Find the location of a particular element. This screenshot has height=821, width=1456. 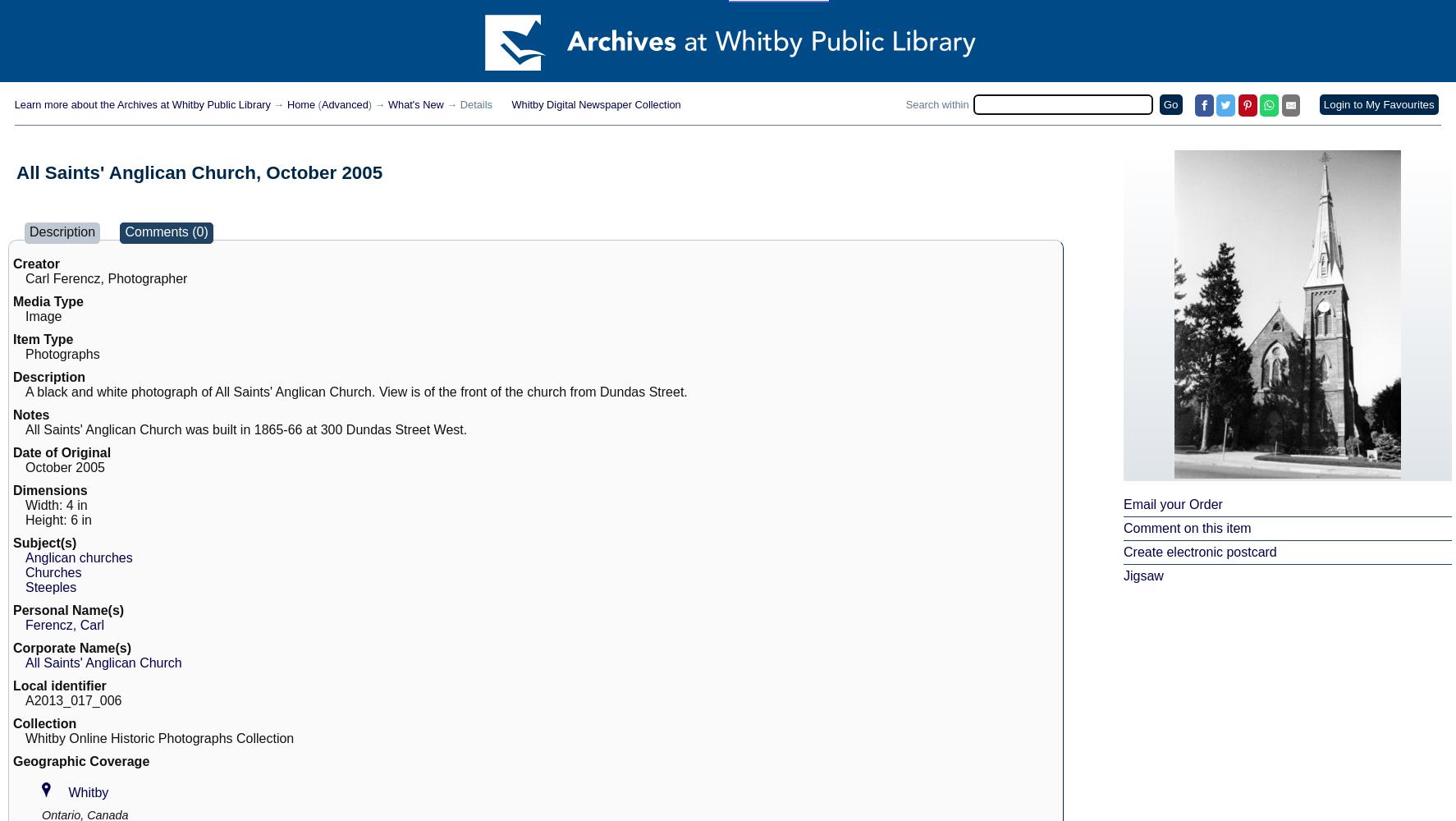

'Home' is located at coordinates (300, 104).